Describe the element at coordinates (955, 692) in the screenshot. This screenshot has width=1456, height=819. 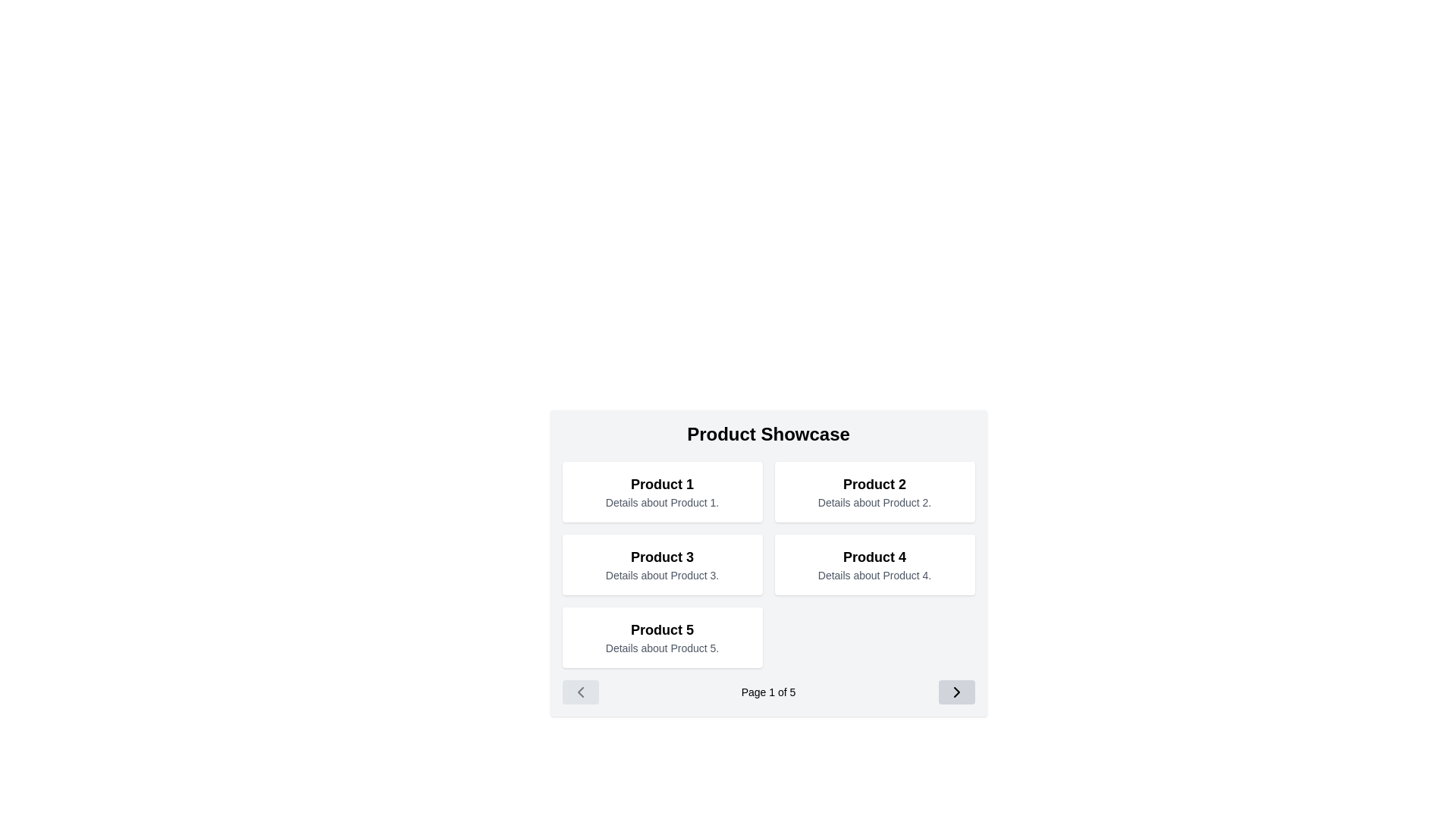
I see `the triangular right-pointing arrow icon located within the square button at the bottom-right corner of the panel` at that location.